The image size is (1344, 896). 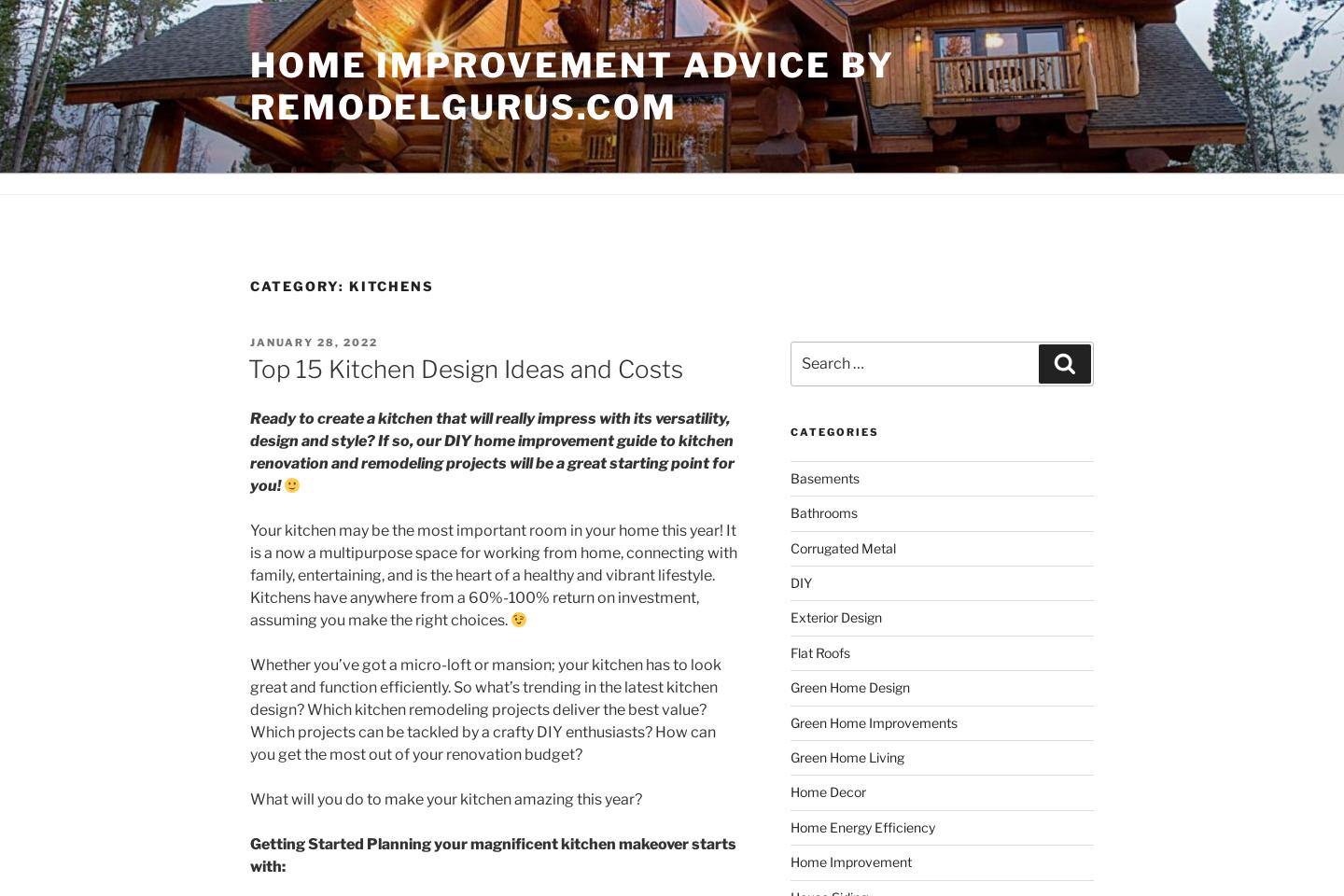 I want to click on 'Basements', so click(x=823, y=476).